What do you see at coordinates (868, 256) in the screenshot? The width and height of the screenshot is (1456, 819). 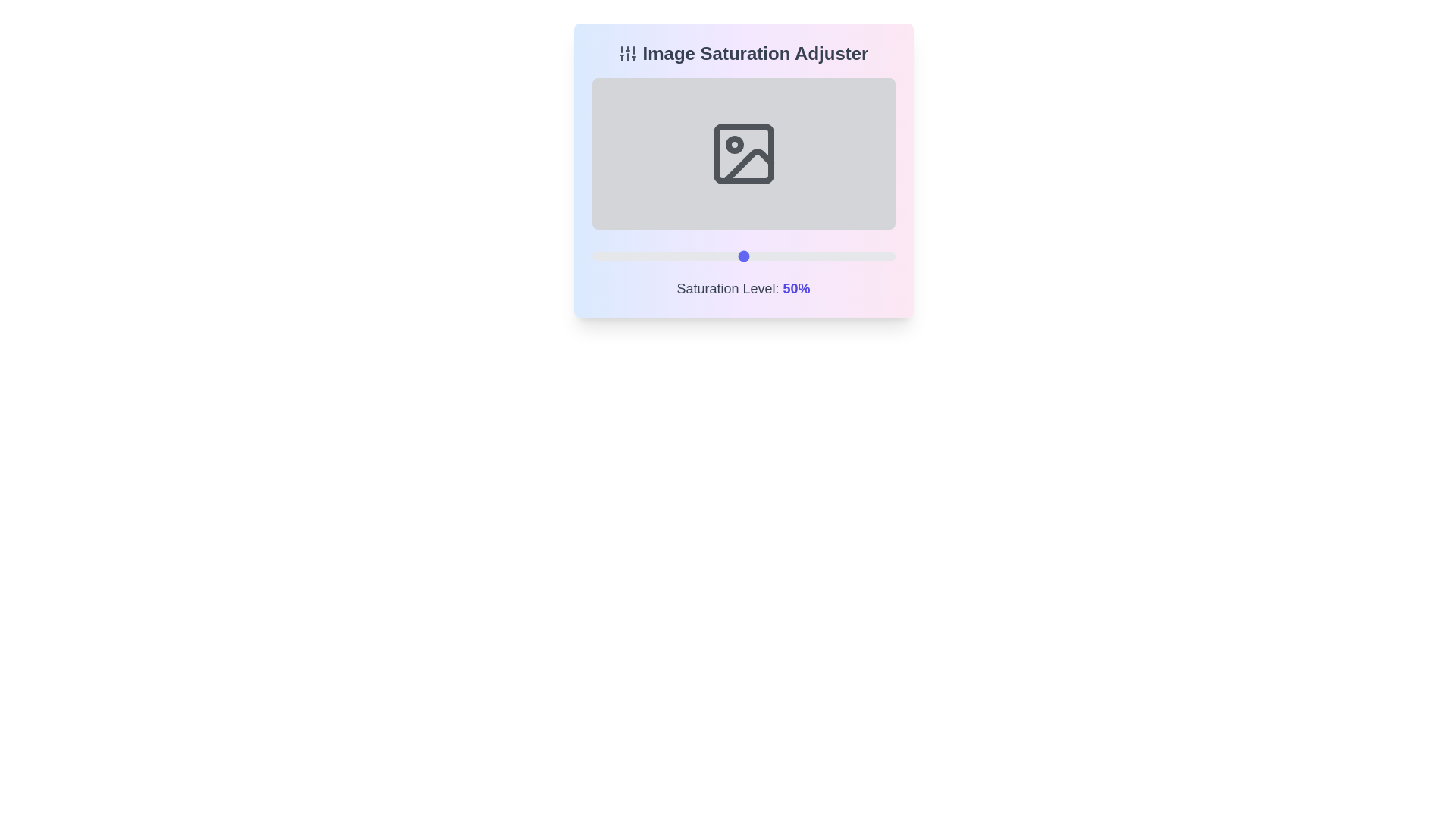 I see `the saturation slider to set the saturation level to 91` at bounding box center [868, 256].